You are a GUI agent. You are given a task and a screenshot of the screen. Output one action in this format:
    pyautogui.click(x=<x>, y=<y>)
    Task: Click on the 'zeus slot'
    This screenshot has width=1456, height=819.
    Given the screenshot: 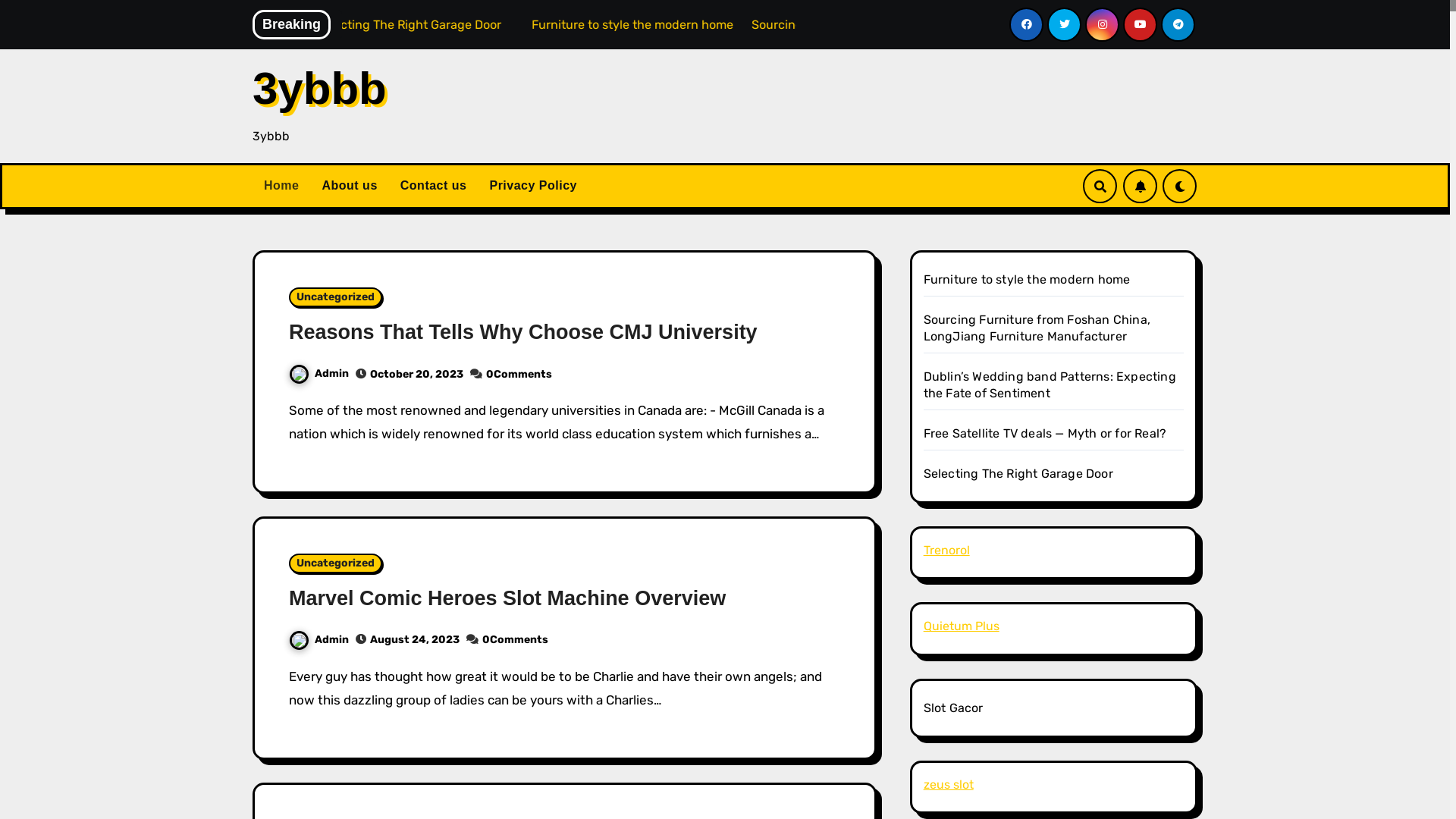 What is the action you would take?
    pyautogui.click(x=948, y=784)
    